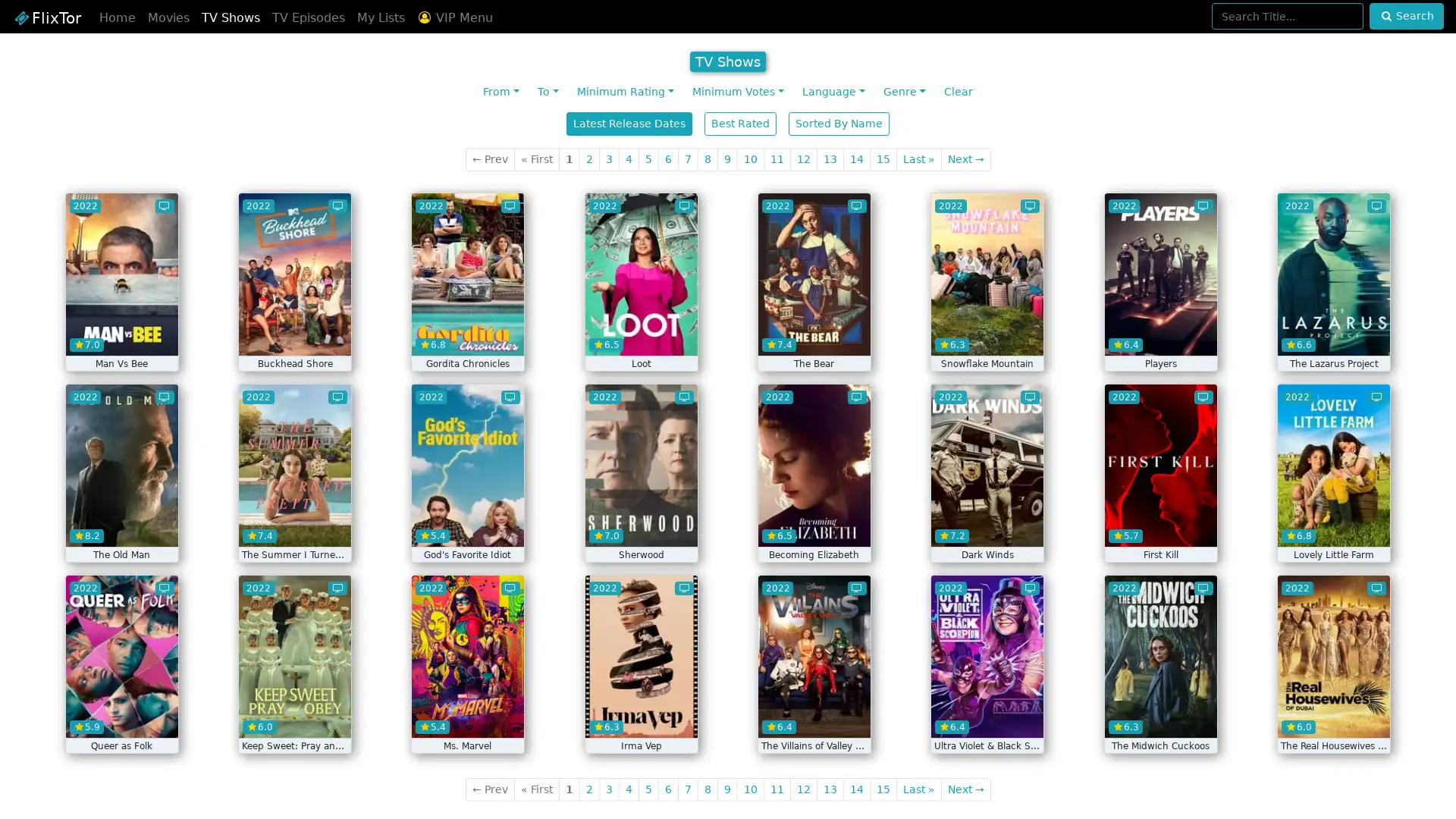 Image resolution: width=1456 pixels, height=819 pixels. I want to click on Sorted By Name, so click(838, 123).